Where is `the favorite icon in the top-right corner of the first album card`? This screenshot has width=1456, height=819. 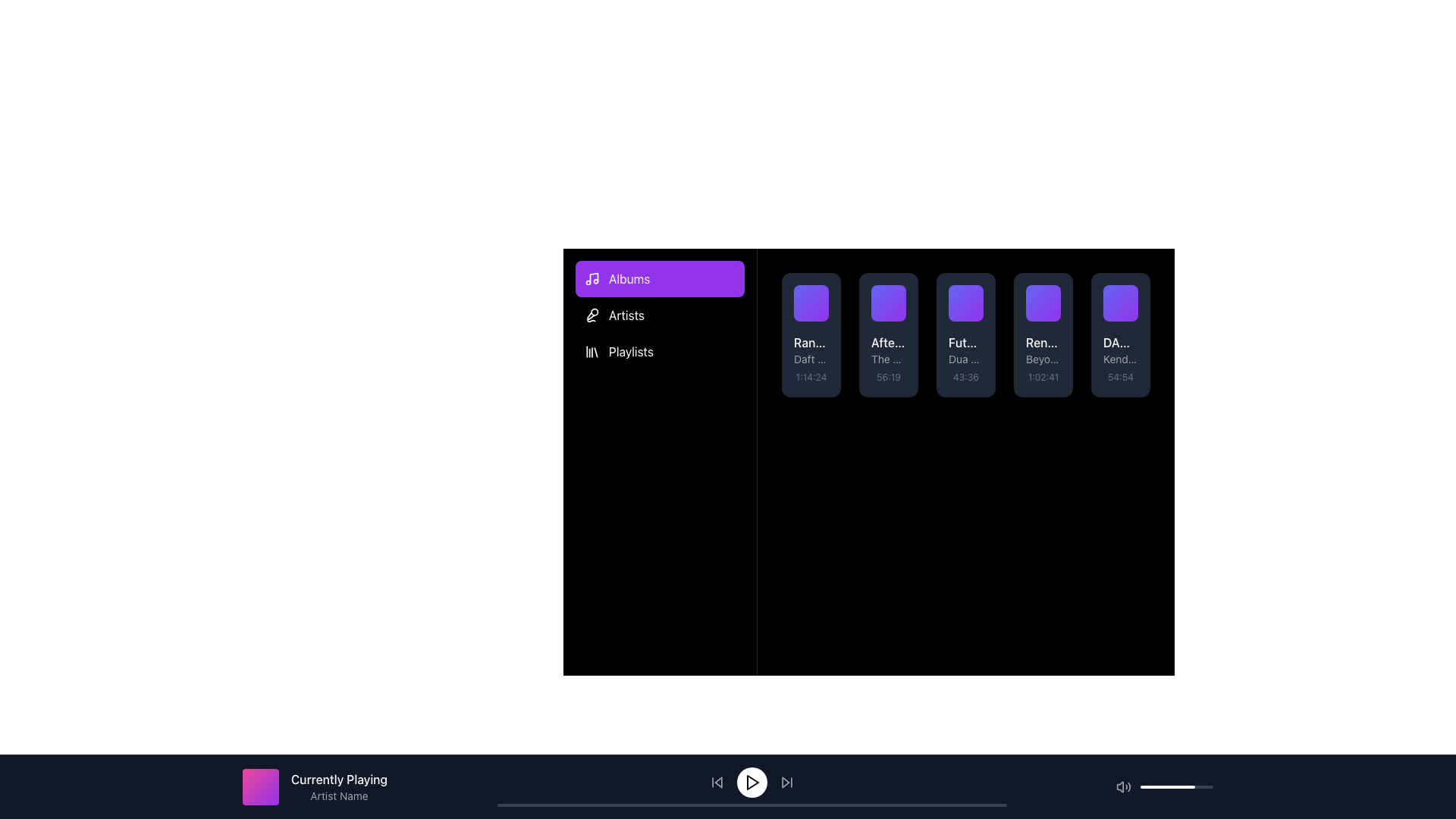 the favorite icon in the top-right corner of the first album card is located at coordinates (818, 294).